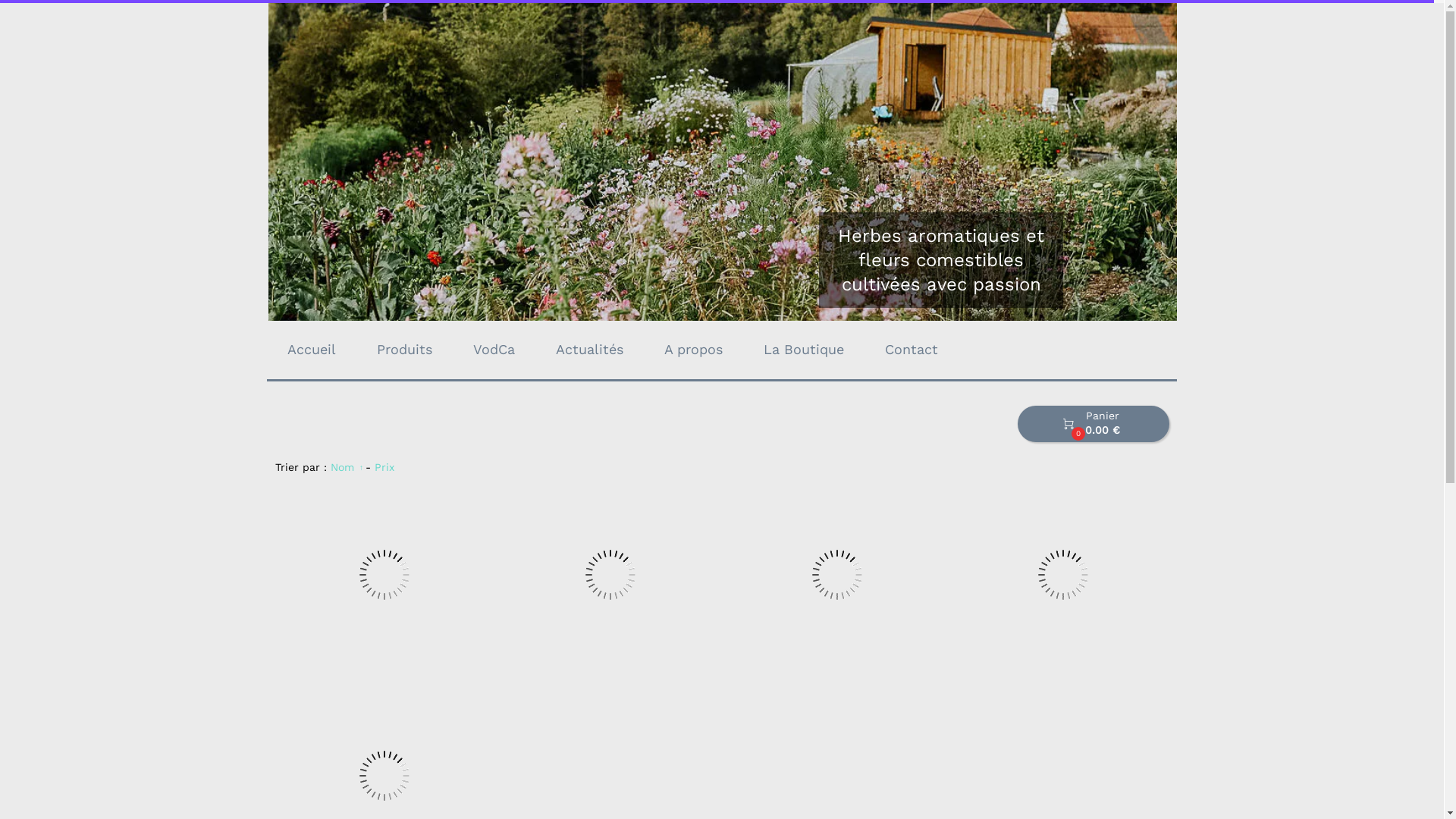 The height and width of the screenshot is (819, 1456). Describe the element at coordinates (404, 350) in the screenshot. I see `'Produits'` at that location.